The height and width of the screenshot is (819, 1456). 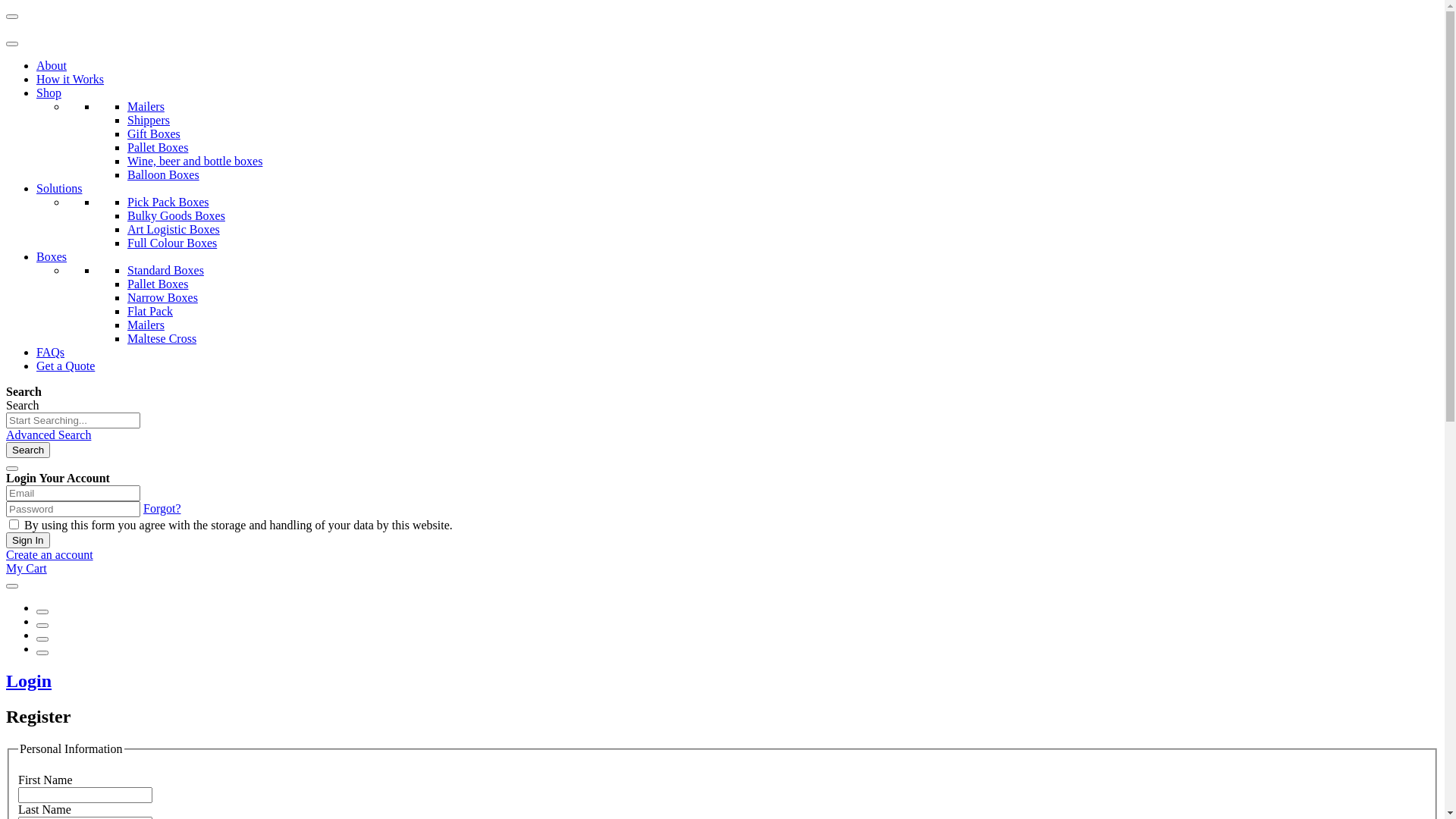 I want to click on 'Get a Quote', so click(x=64, y=366).